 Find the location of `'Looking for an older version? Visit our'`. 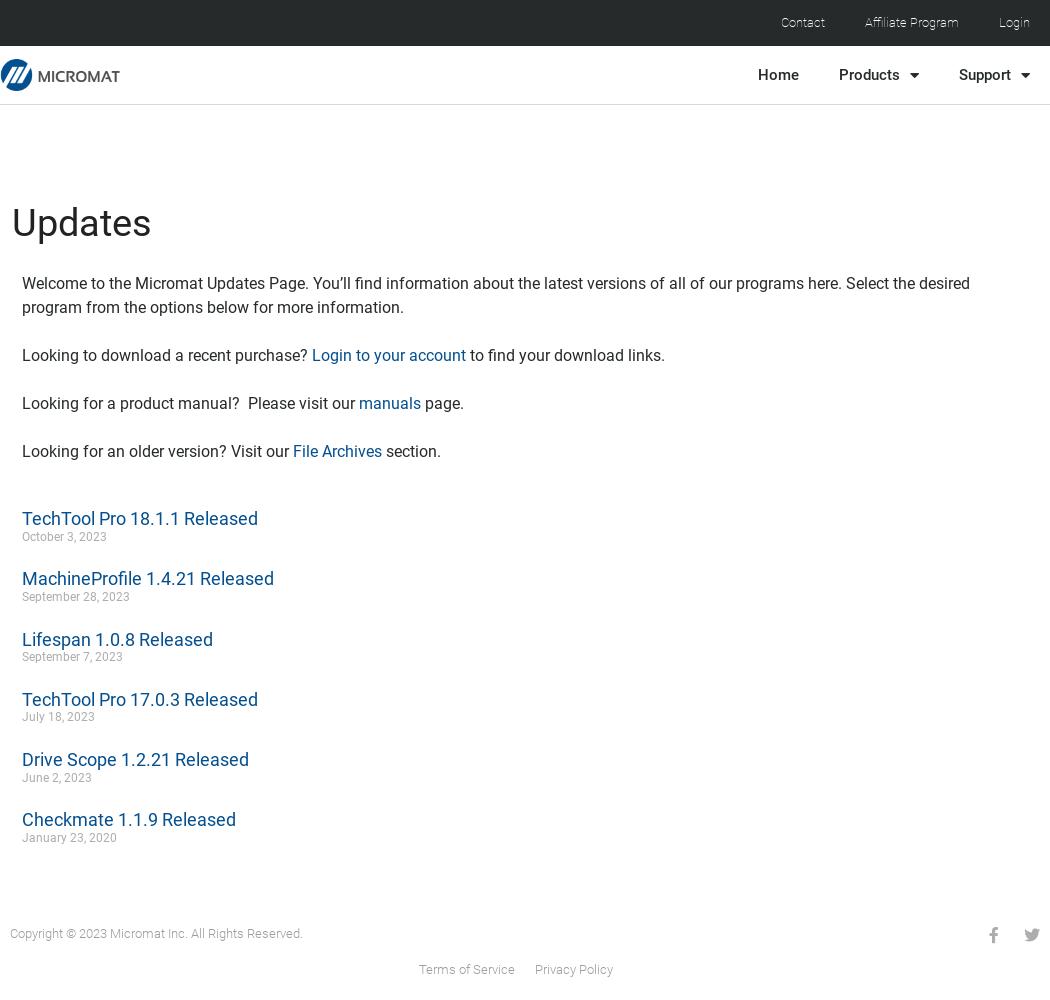

'Looking for an older version? Visit our' is located at coordinates (157, 450).